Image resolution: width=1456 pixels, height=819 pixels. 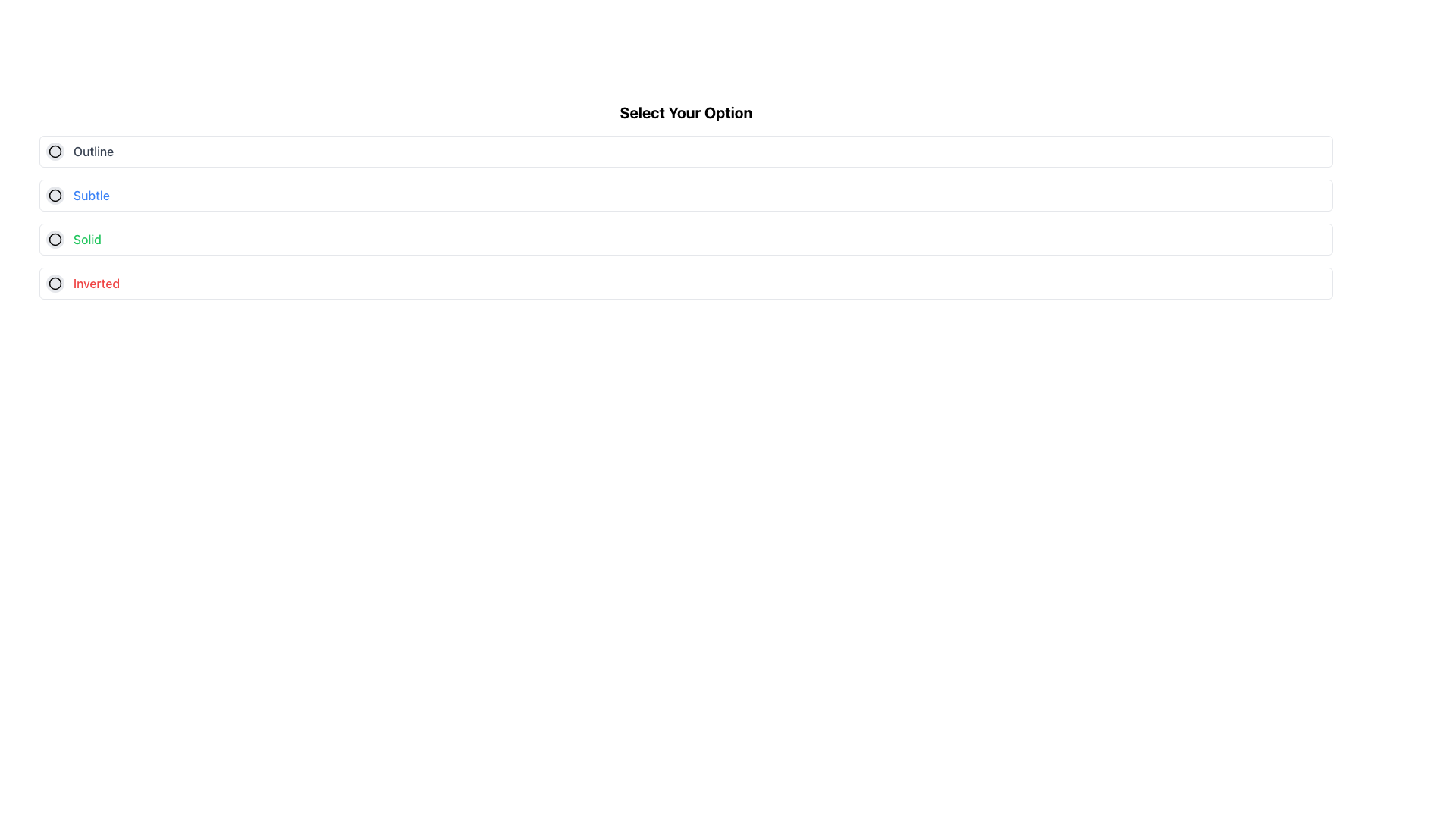 What do you see at coordinates (90, 195) in the screenshot?
I see `the text label that serves as a descriptor or identifier in a list of selectable options, located in the second row of the vertical list layout` at bounding box center [90, 195].